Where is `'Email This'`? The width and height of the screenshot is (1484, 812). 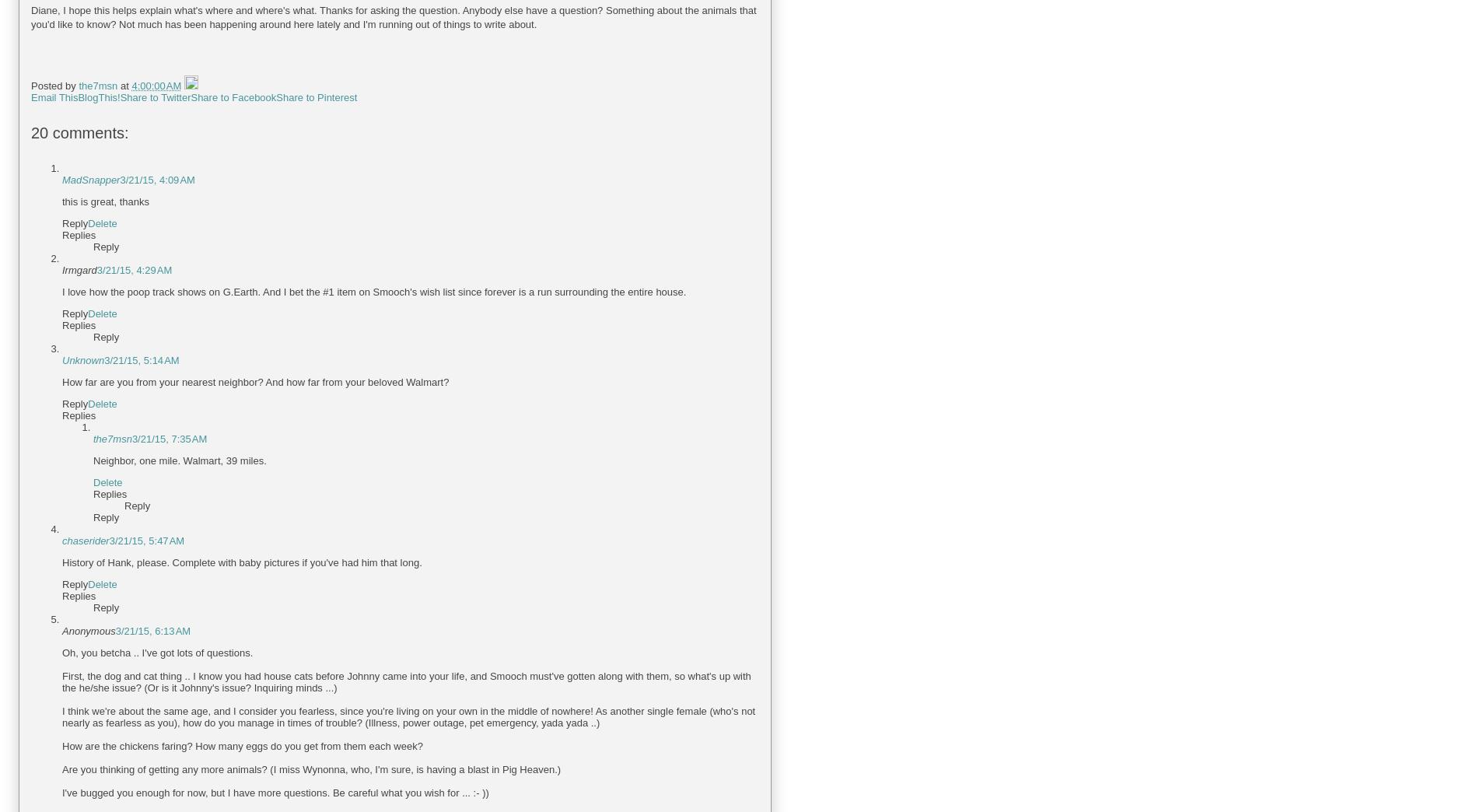
'Email This' is located at coordinates (54, 97).